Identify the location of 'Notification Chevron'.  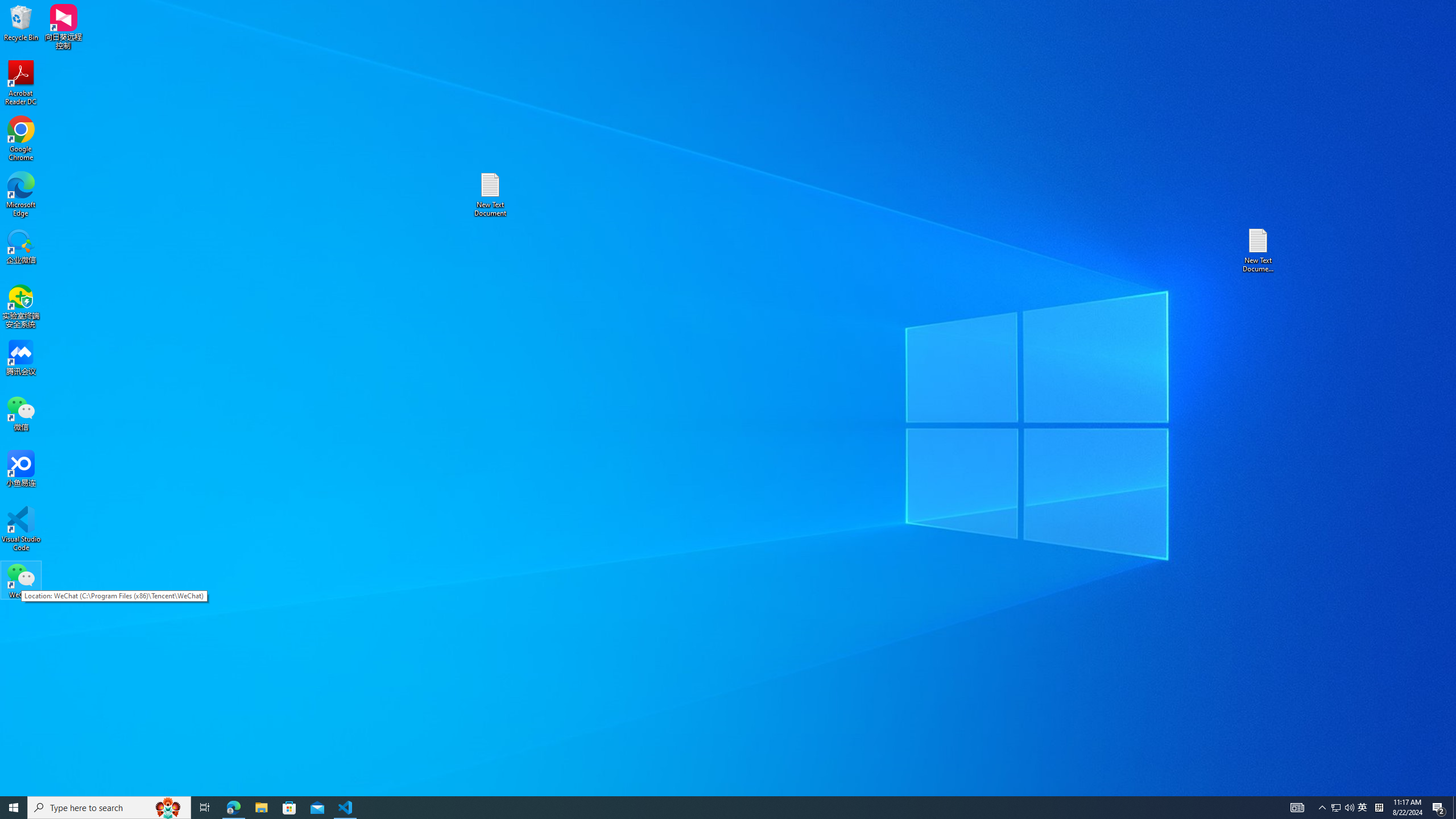
(1322, 806).